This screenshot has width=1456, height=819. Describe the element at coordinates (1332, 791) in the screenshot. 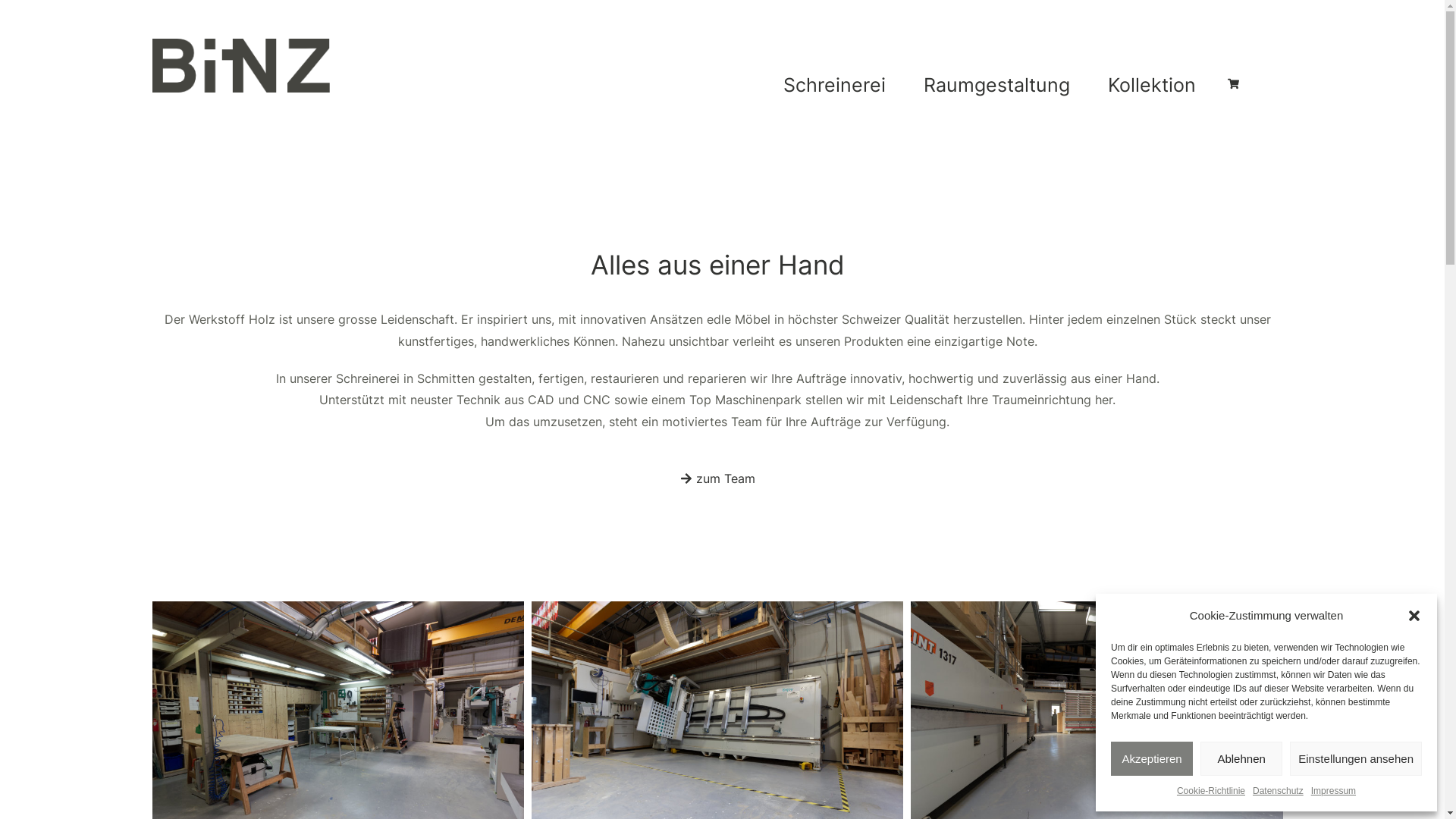

I see `'Impressum'` at that location.